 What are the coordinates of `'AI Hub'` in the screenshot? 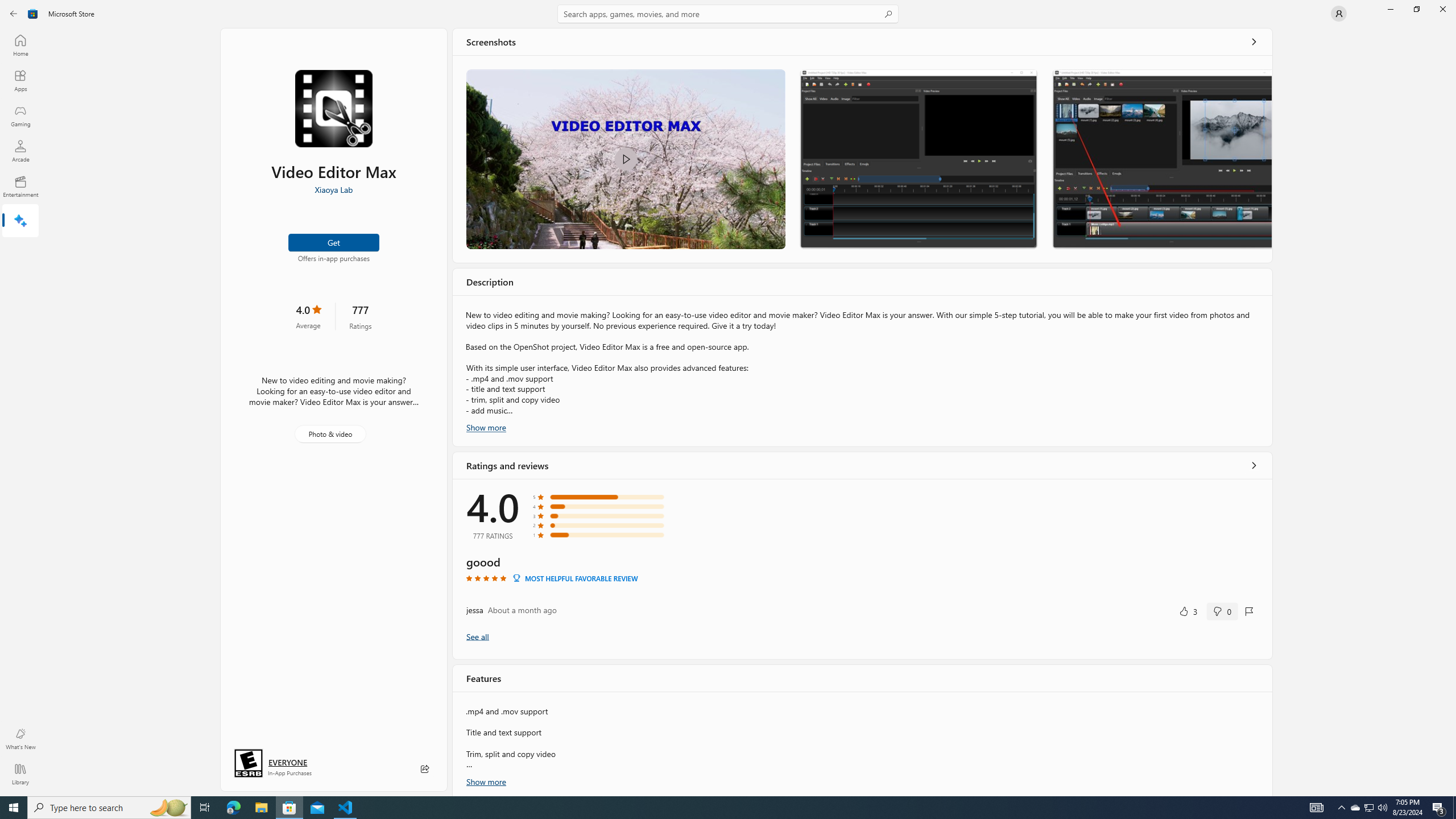 It's located at (19, 221).